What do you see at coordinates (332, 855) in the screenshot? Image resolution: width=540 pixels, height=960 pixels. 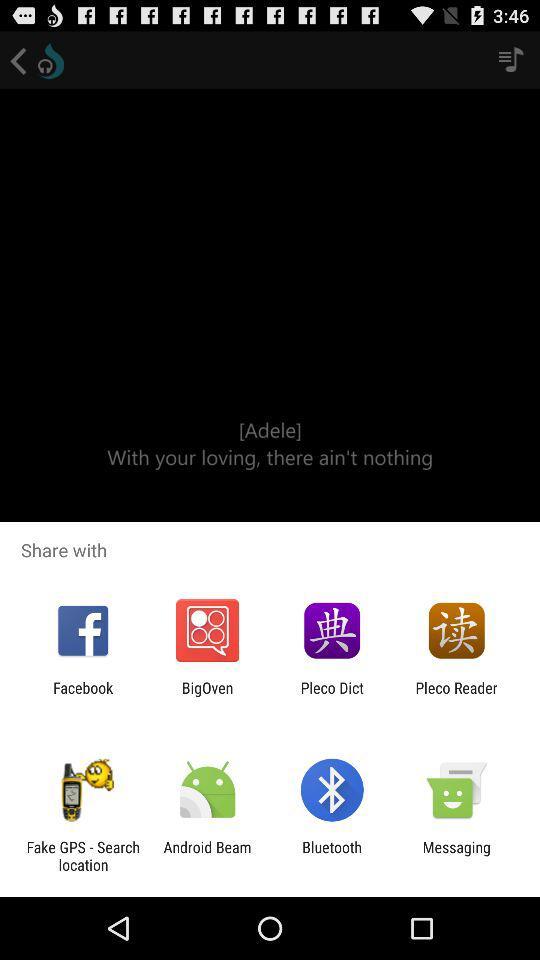 I see `bluetooth app` at bounding box center [332, 855].